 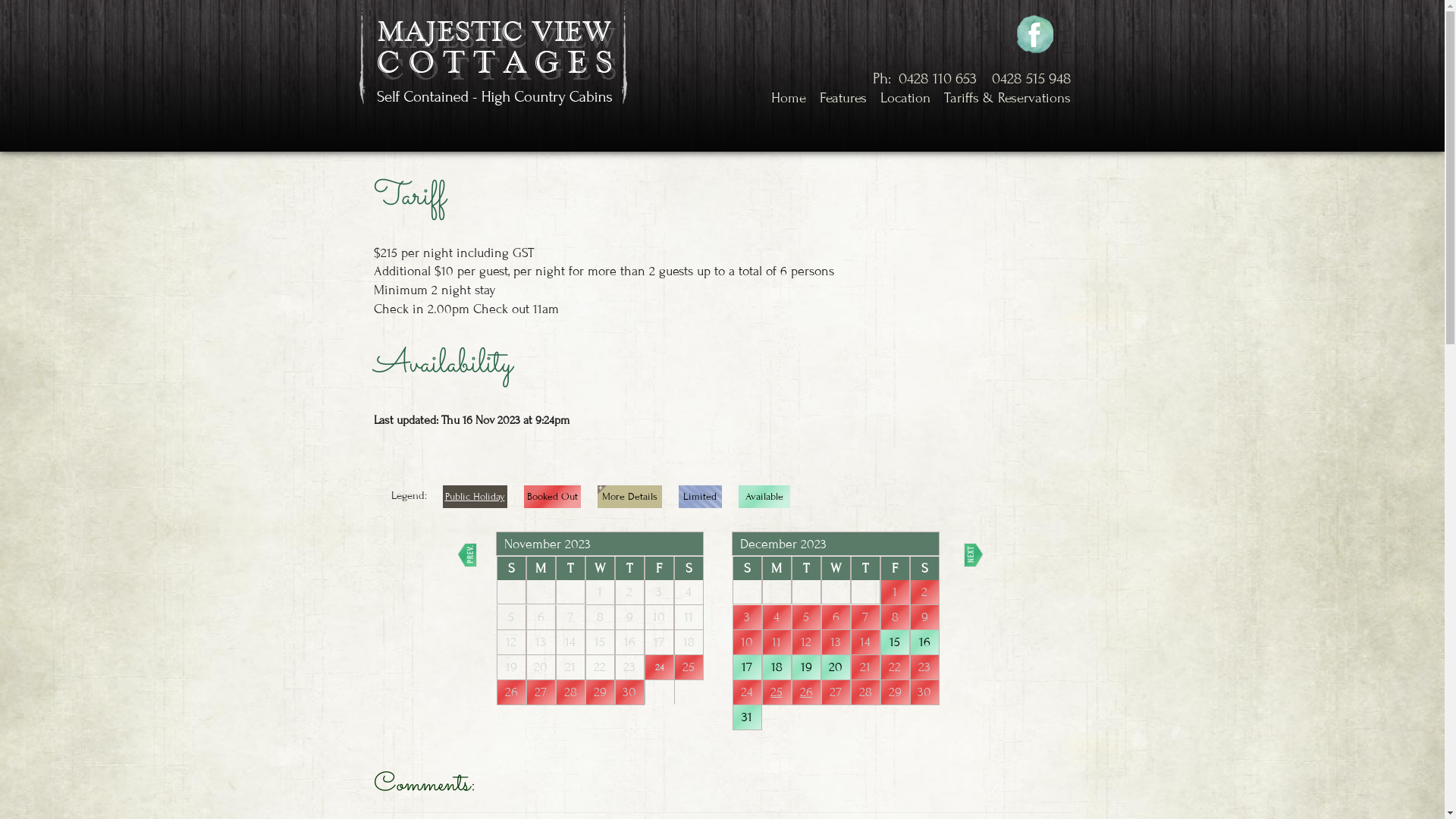 I want to click on 'Features', so click(x=843, y=98).